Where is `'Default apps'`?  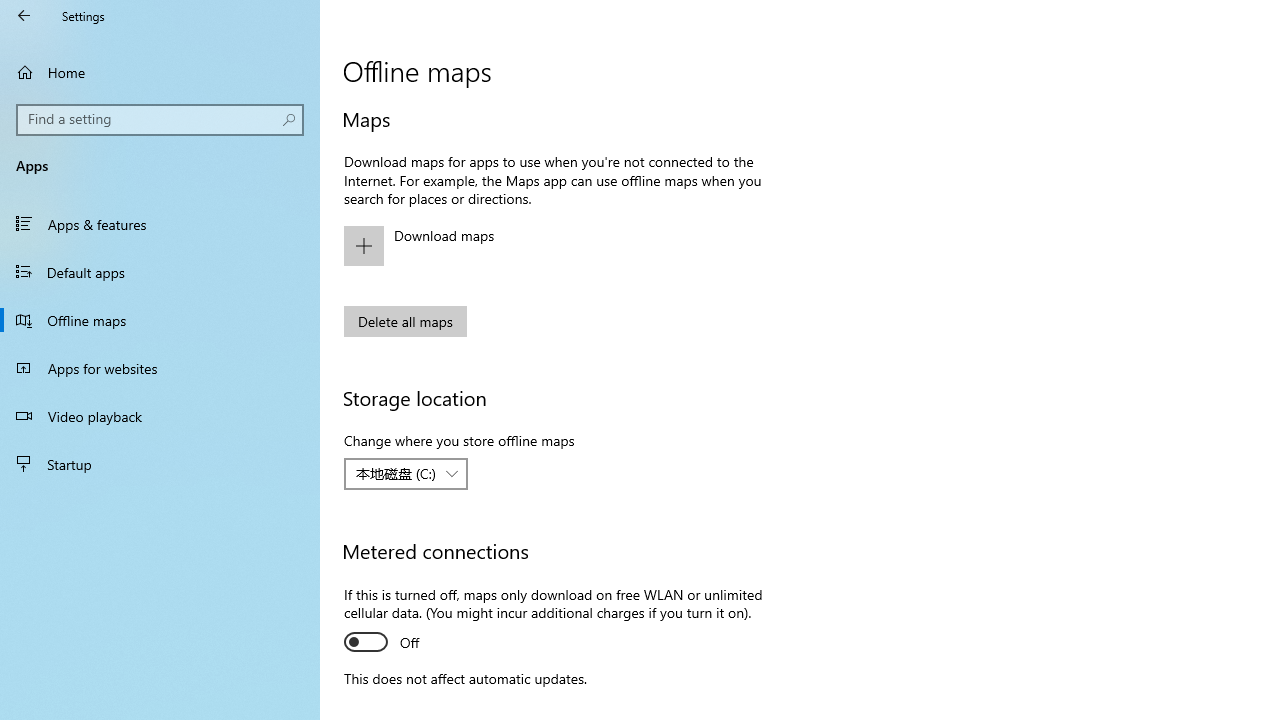
'Default apps' is located at coordinates (160, 271).